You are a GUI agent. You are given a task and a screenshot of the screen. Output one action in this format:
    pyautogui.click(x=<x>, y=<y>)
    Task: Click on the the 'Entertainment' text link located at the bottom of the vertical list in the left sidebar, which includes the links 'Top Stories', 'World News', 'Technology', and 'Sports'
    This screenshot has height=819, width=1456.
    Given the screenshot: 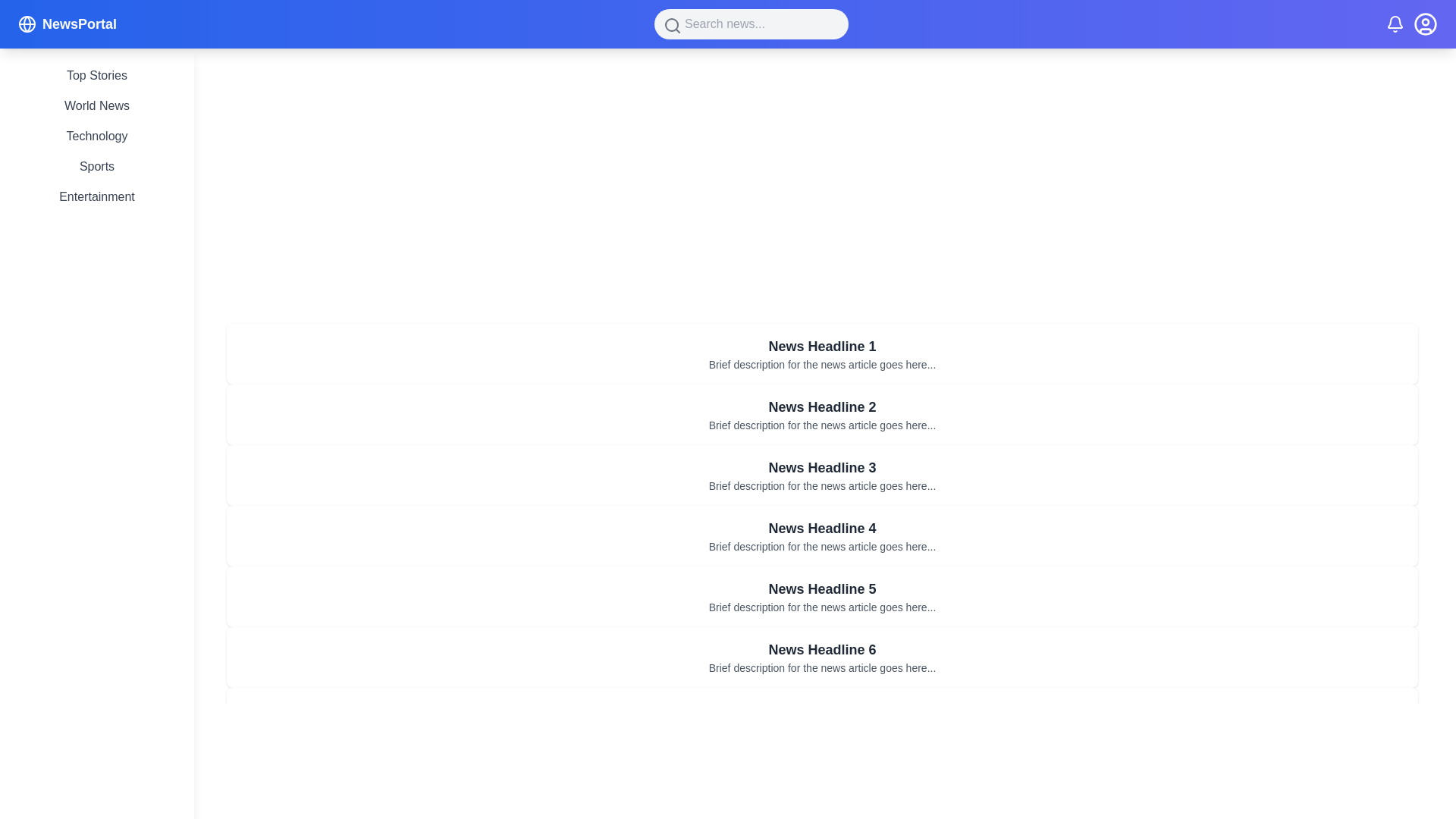 What is the action you would take?
    pyautogui.click(x=96, y=196)
    